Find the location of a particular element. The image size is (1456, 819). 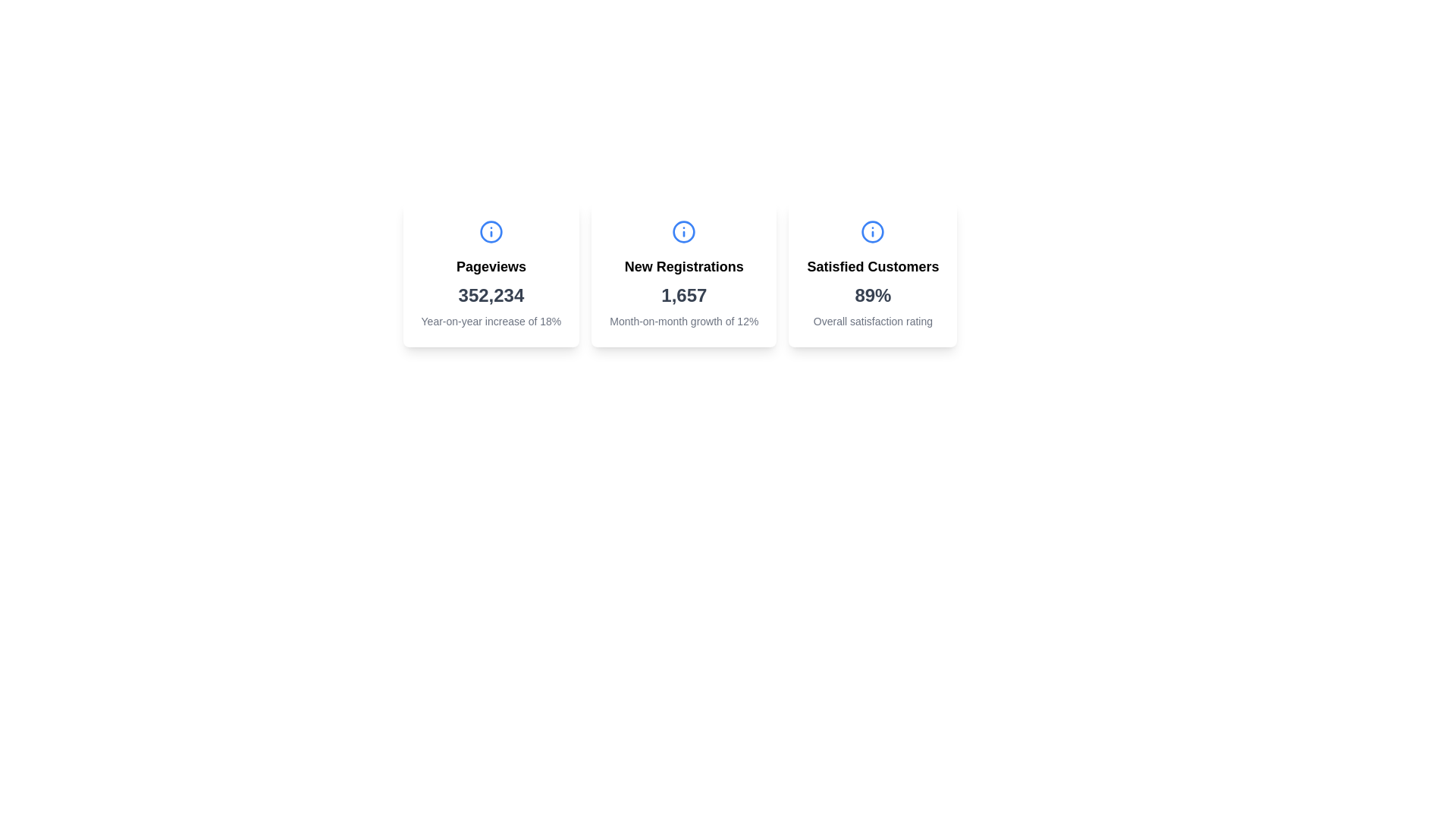

the percentage text indicating customer satisfaction in the 'Satisfied Customers' card, which is the third card in a row of three similar cards is located at coordinates (873, 295).